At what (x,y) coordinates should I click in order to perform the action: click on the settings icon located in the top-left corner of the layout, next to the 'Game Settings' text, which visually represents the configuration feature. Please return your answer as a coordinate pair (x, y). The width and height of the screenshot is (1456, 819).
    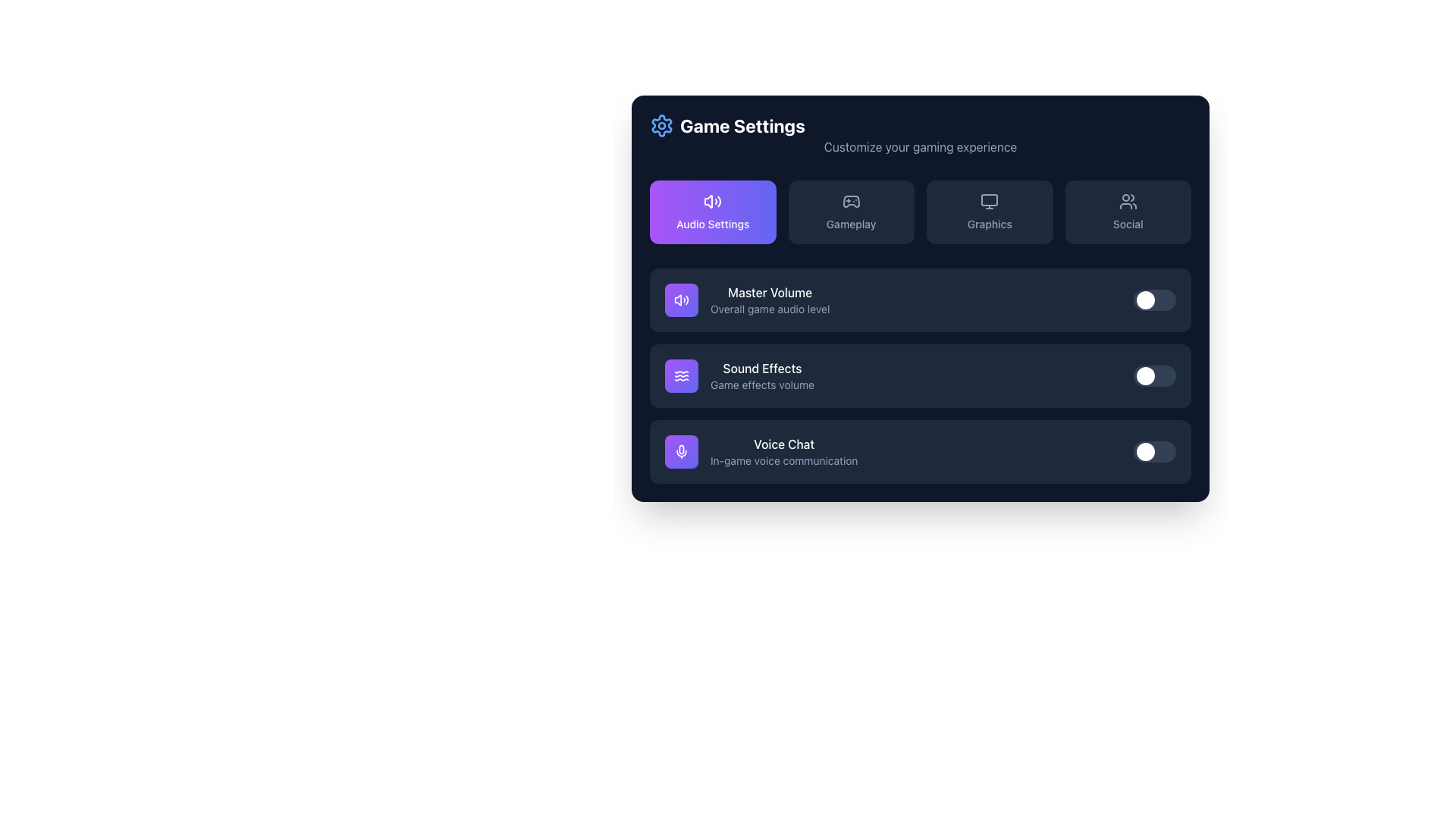
    Looking at the image, I should click on (662, 124).